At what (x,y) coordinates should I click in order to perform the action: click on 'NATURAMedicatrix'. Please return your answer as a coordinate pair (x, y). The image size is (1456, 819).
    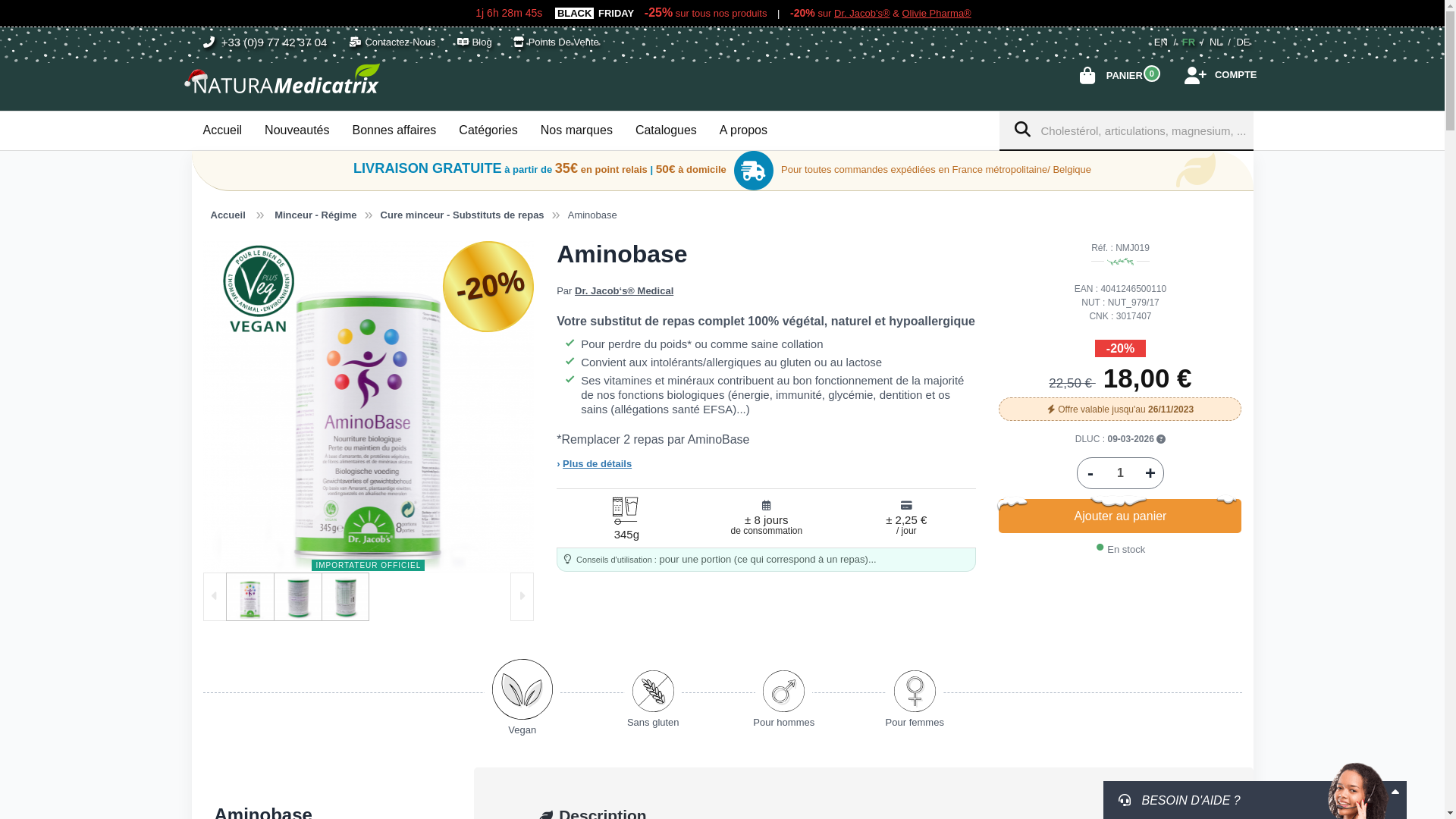
    Looking at the image, I should click on (283, 78).